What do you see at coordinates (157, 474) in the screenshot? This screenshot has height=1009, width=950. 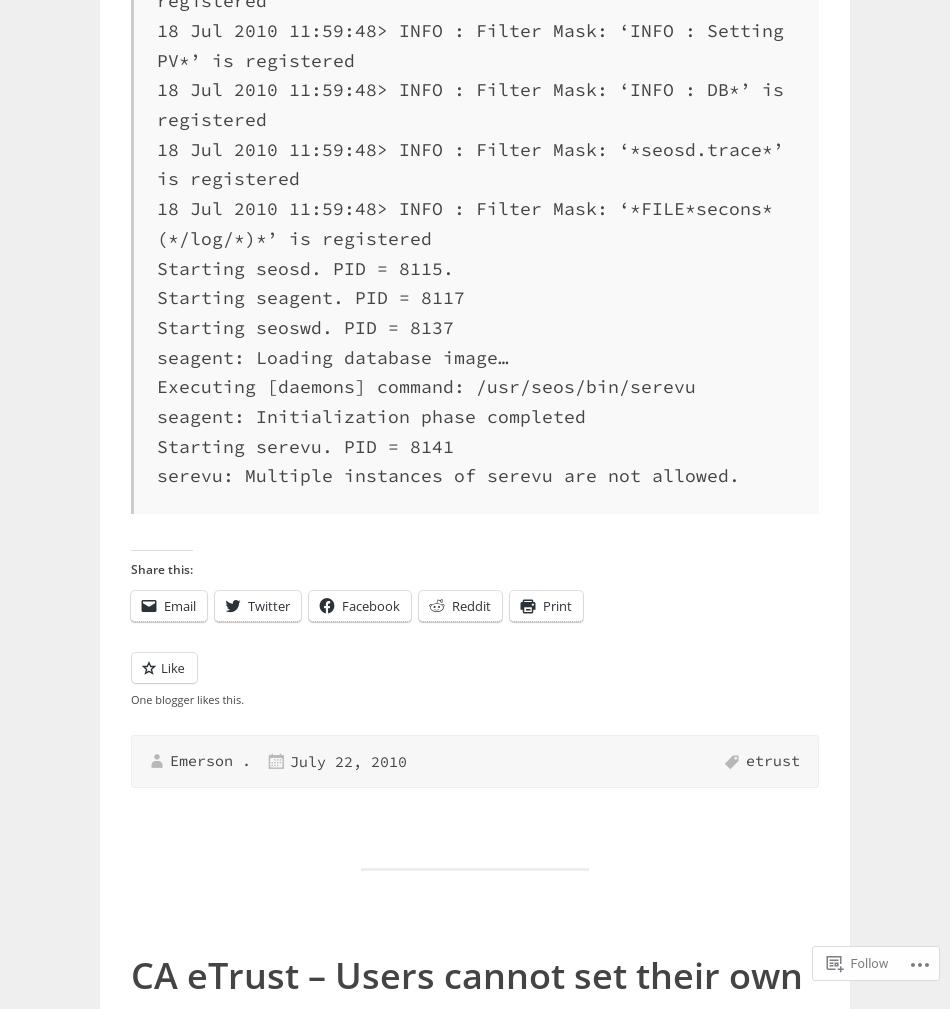 I see `'serevu: Multiple instances of serevu are not allowed.'` at bounding box center [157, 474].